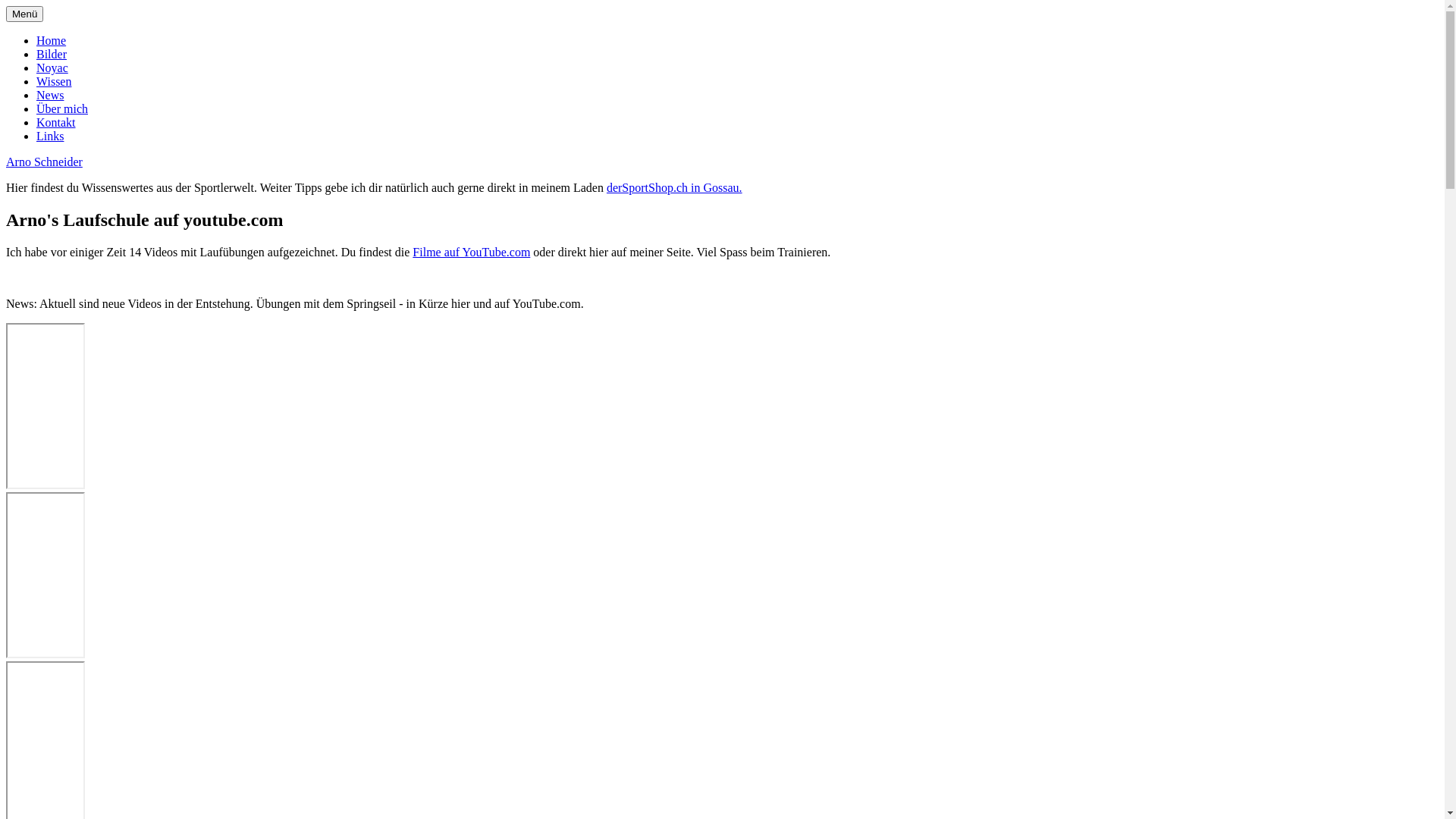 This screenshot has height=819, width=1456. Describe the element at coordinates (470, 251) in the screenshot. I see `'Filme auf YouTube.com'` at that location.